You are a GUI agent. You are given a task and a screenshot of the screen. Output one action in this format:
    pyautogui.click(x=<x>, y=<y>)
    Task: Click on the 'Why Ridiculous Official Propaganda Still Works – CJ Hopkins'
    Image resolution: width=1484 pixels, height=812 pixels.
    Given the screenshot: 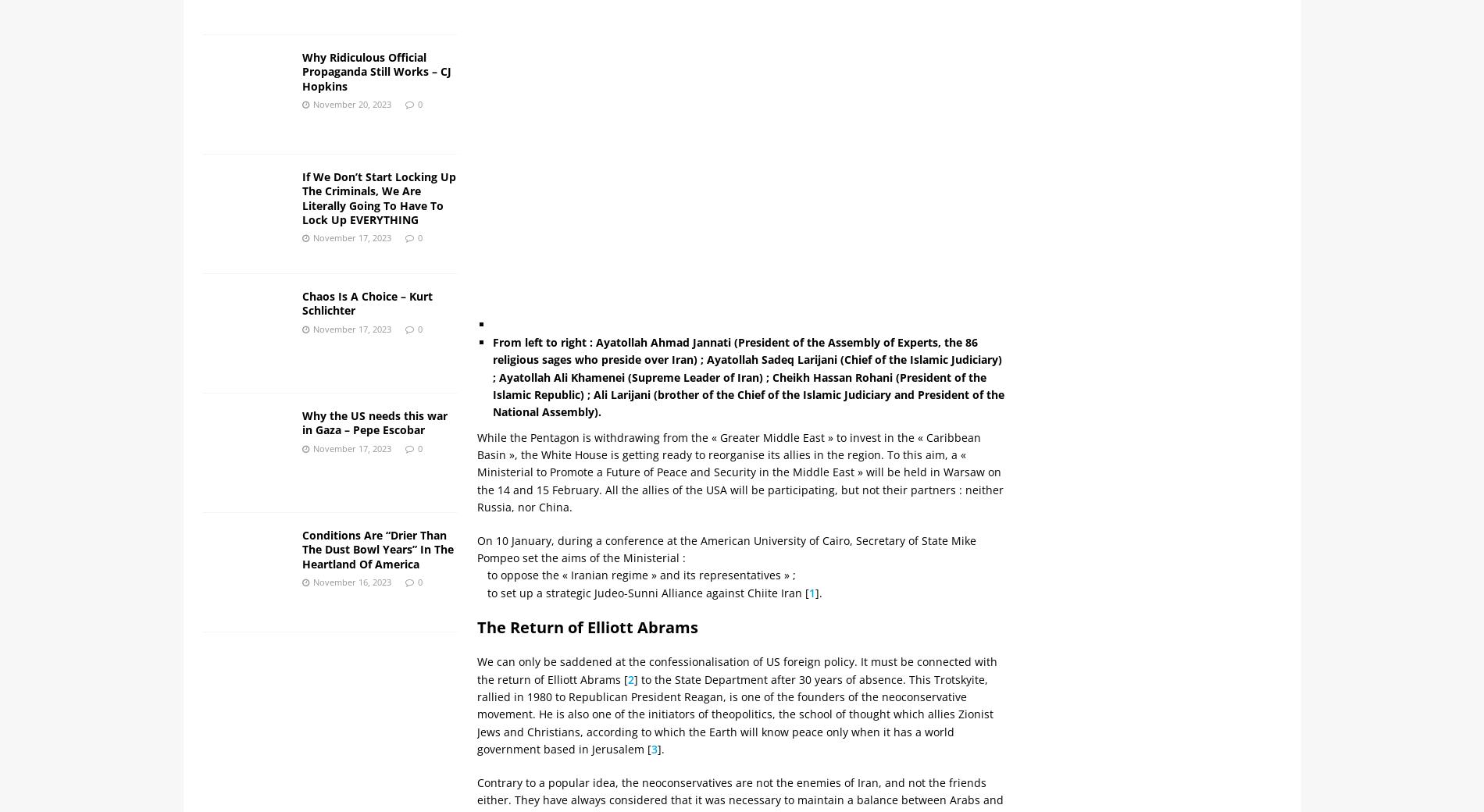 What is the action you would take?
    pyautogui.click(x=376, y=70)
    